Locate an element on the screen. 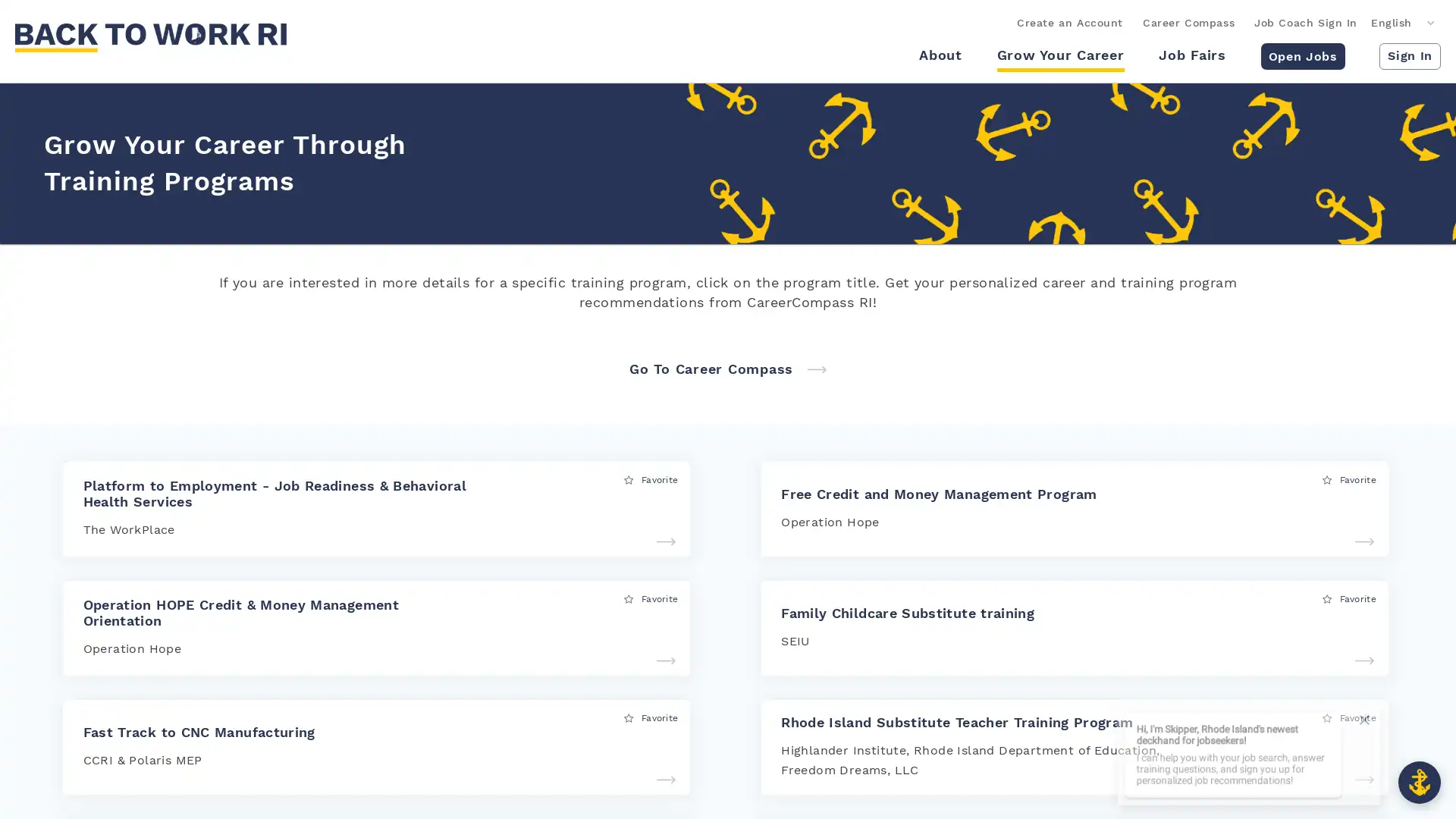 The height and width of the screenshot is (819, 1456). not favorite Favorite is located at coordinates (1349, 598).